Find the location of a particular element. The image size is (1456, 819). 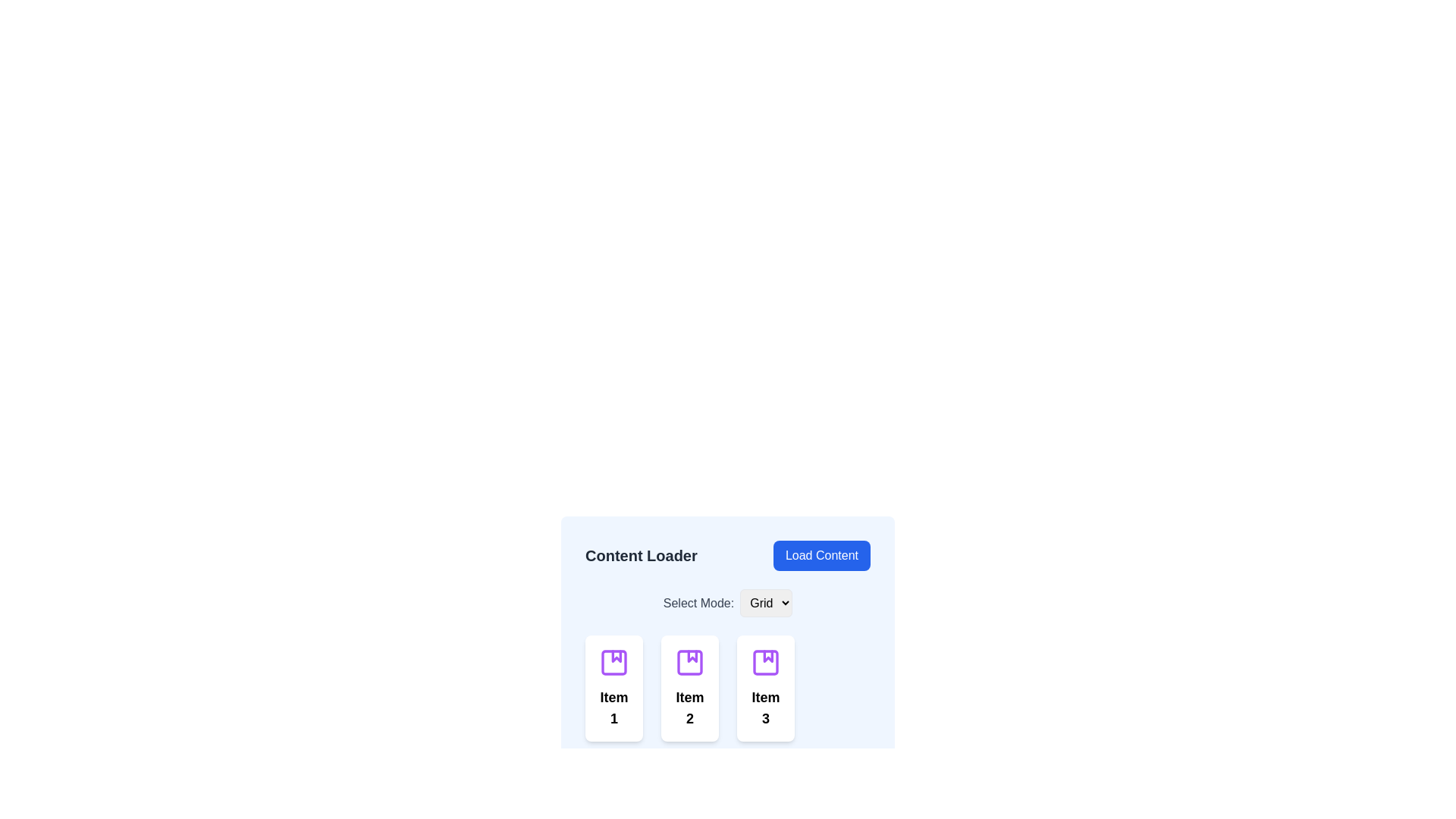

the Text Label displaying 'Item 1', which is styled in a larger font size and bold appearance, located at the bottom of a vertically stacked card component is located at coordinates (614, 708).